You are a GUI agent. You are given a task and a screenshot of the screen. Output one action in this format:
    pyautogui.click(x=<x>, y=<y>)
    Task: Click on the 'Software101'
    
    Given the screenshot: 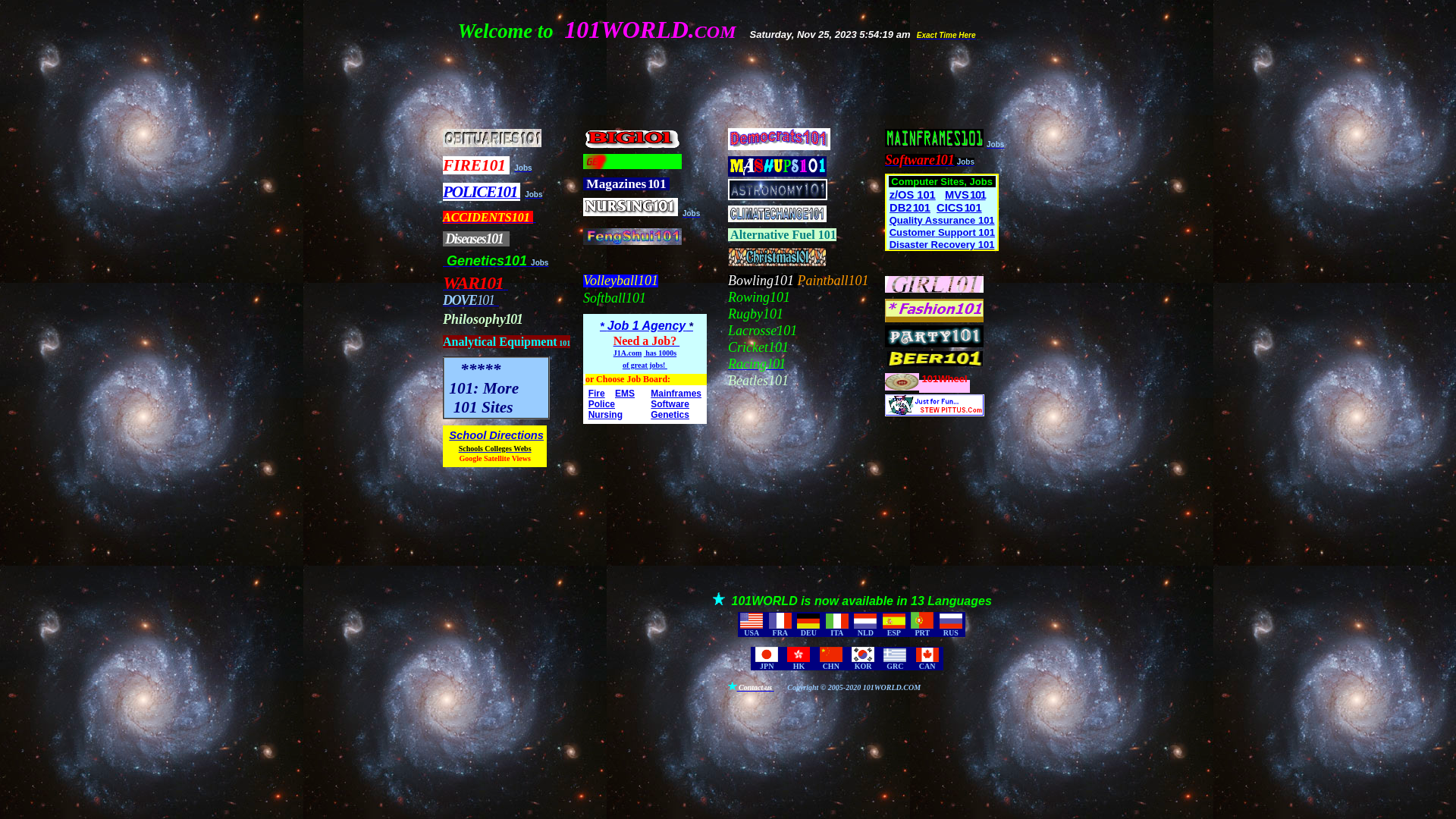 What is the action you would take?
    pyautogui.click(x=884, y=160)
    